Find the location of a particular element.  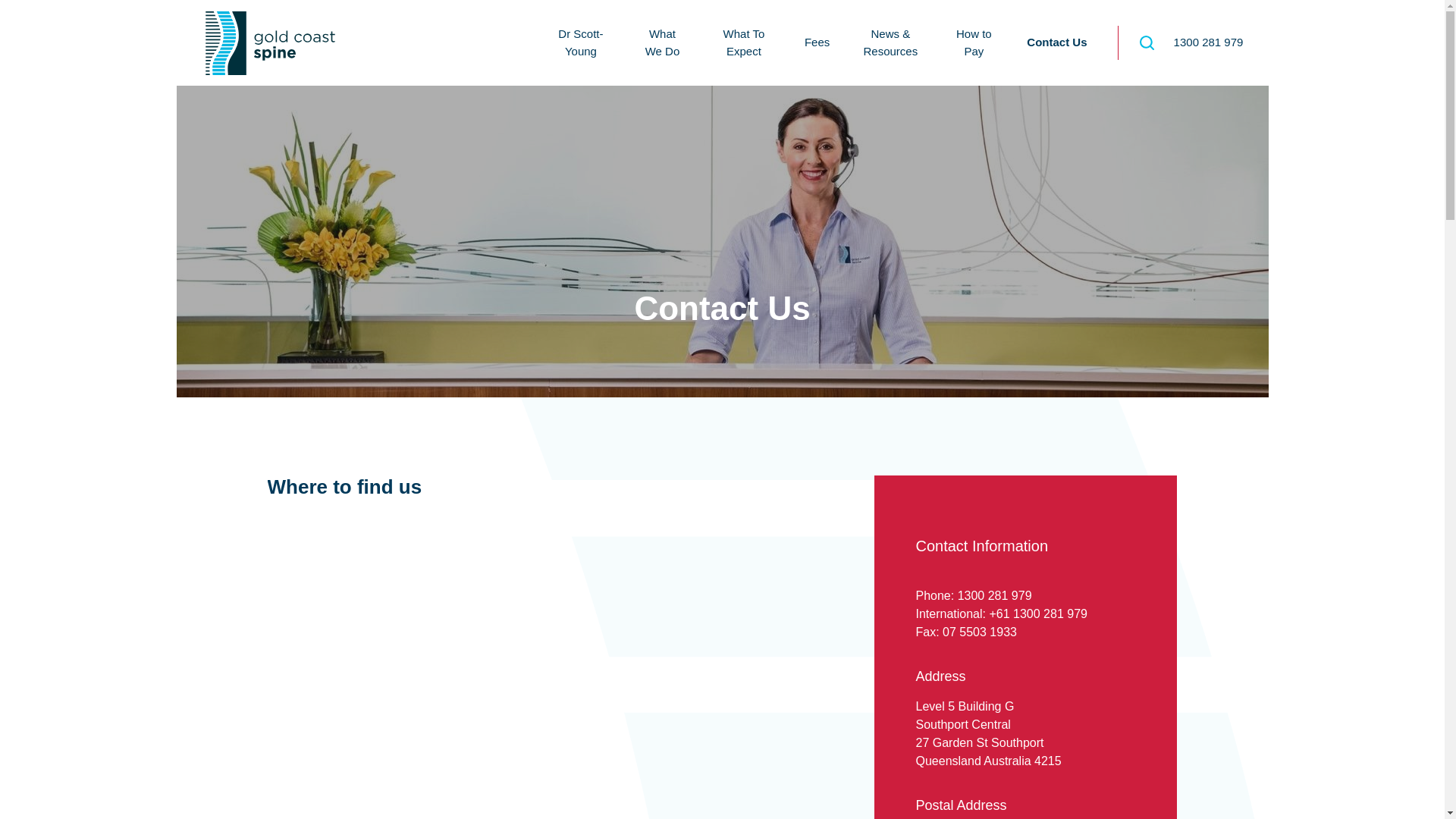

'Dr Scott-Young' is located at coordinates (549, 42).